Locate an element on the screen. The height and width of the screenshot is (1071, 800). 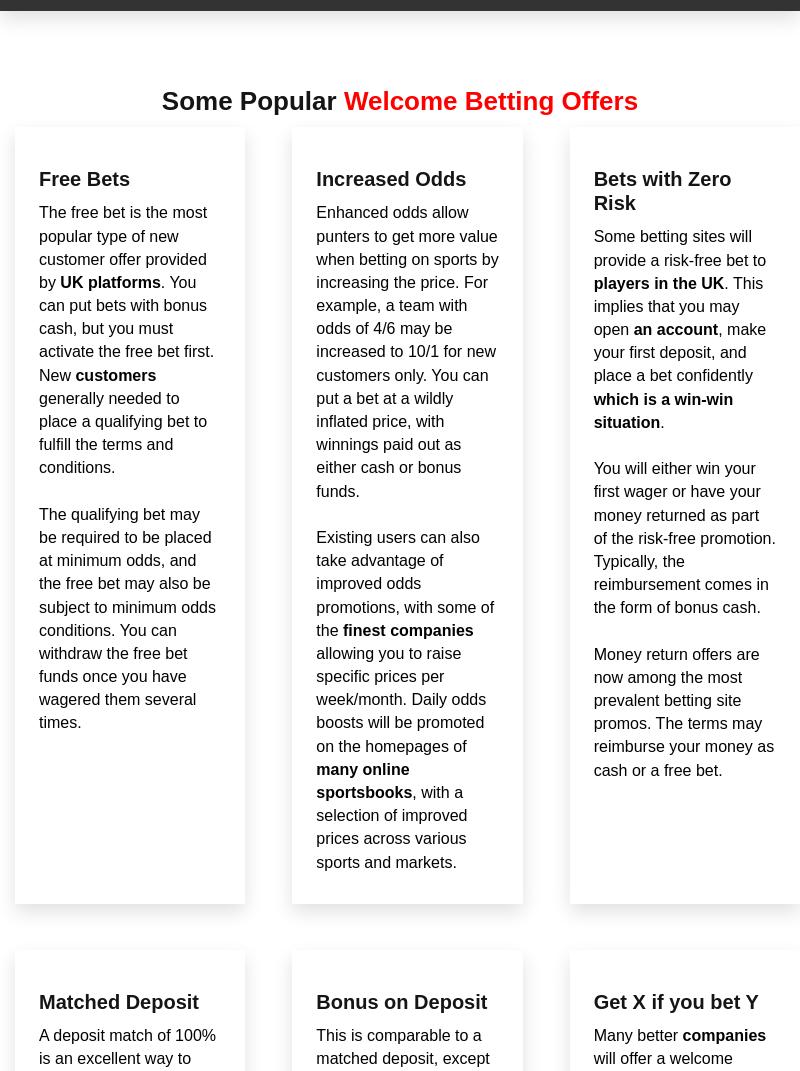
'UK platforms' is located at coordinates (109, 281).